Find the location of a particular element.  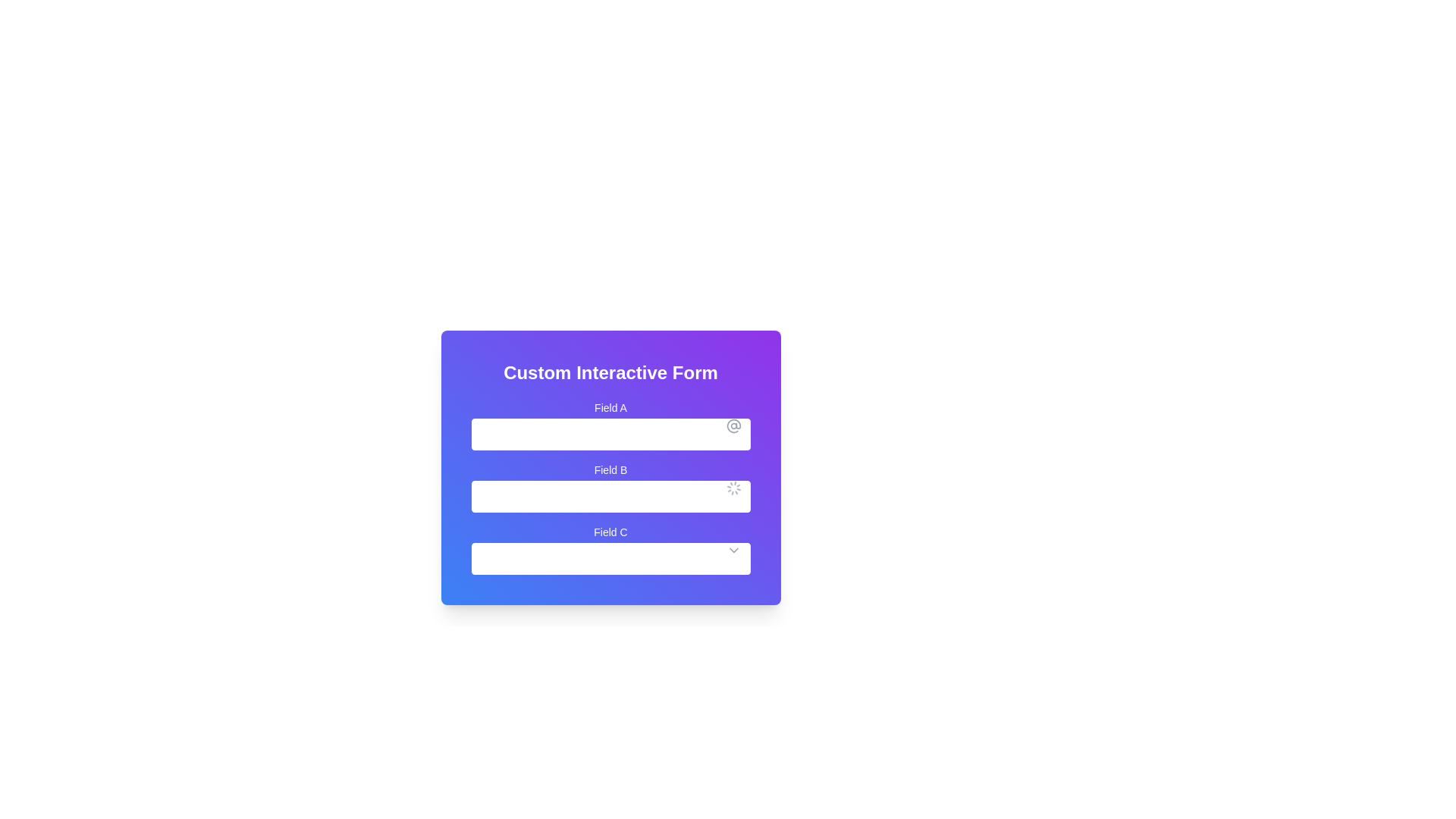

the 'Field B' label, which is the second label in a vertical sequence located in the center of the gradient background form is located at coordinates (610, 469).